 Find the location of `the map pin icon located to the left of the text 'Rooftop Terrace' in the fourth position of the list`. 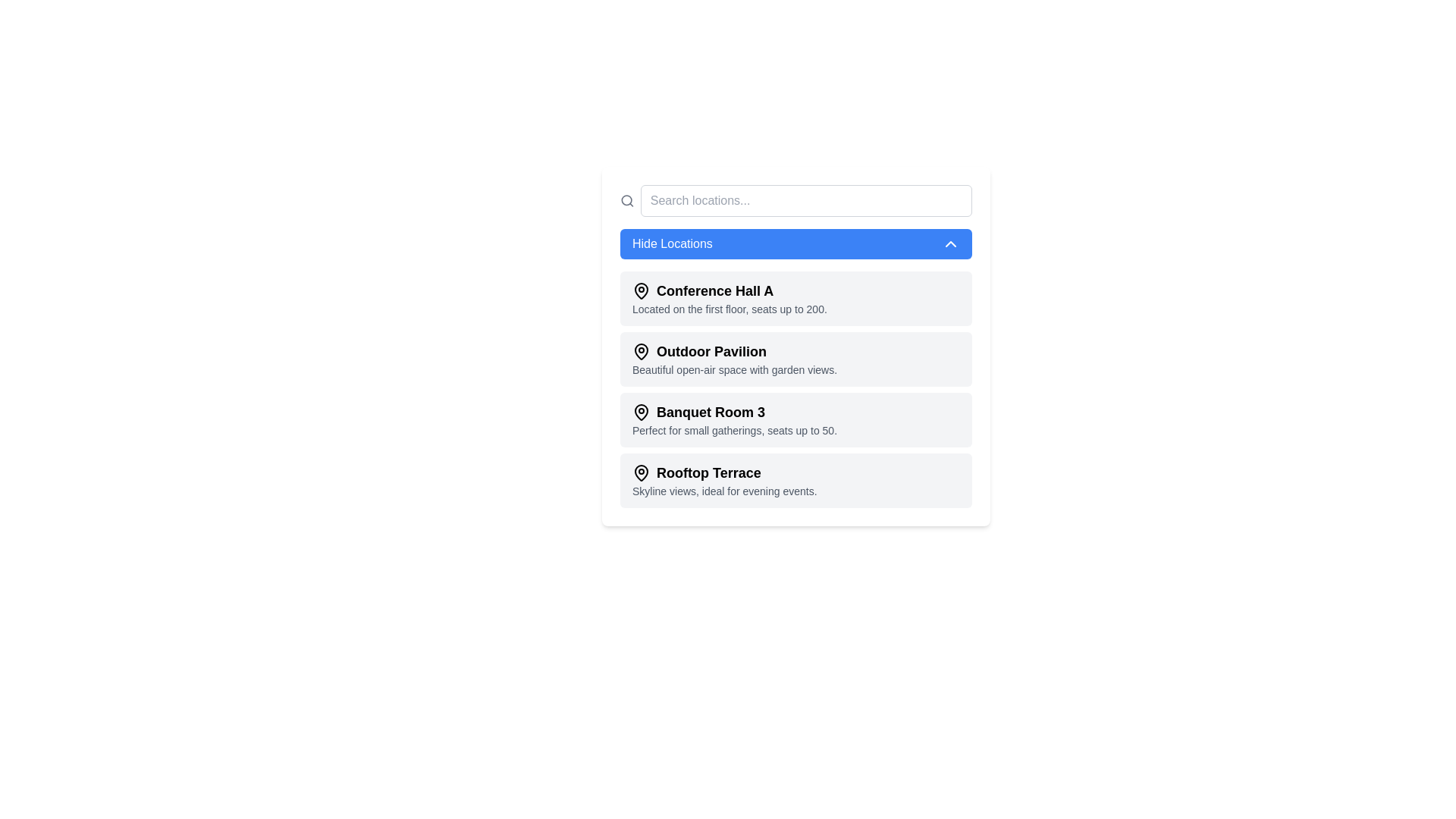

the map pin icon located to the left of the text 'Rooftop Terrace' in the fourth position of the list is located at coordinates (641, 472).